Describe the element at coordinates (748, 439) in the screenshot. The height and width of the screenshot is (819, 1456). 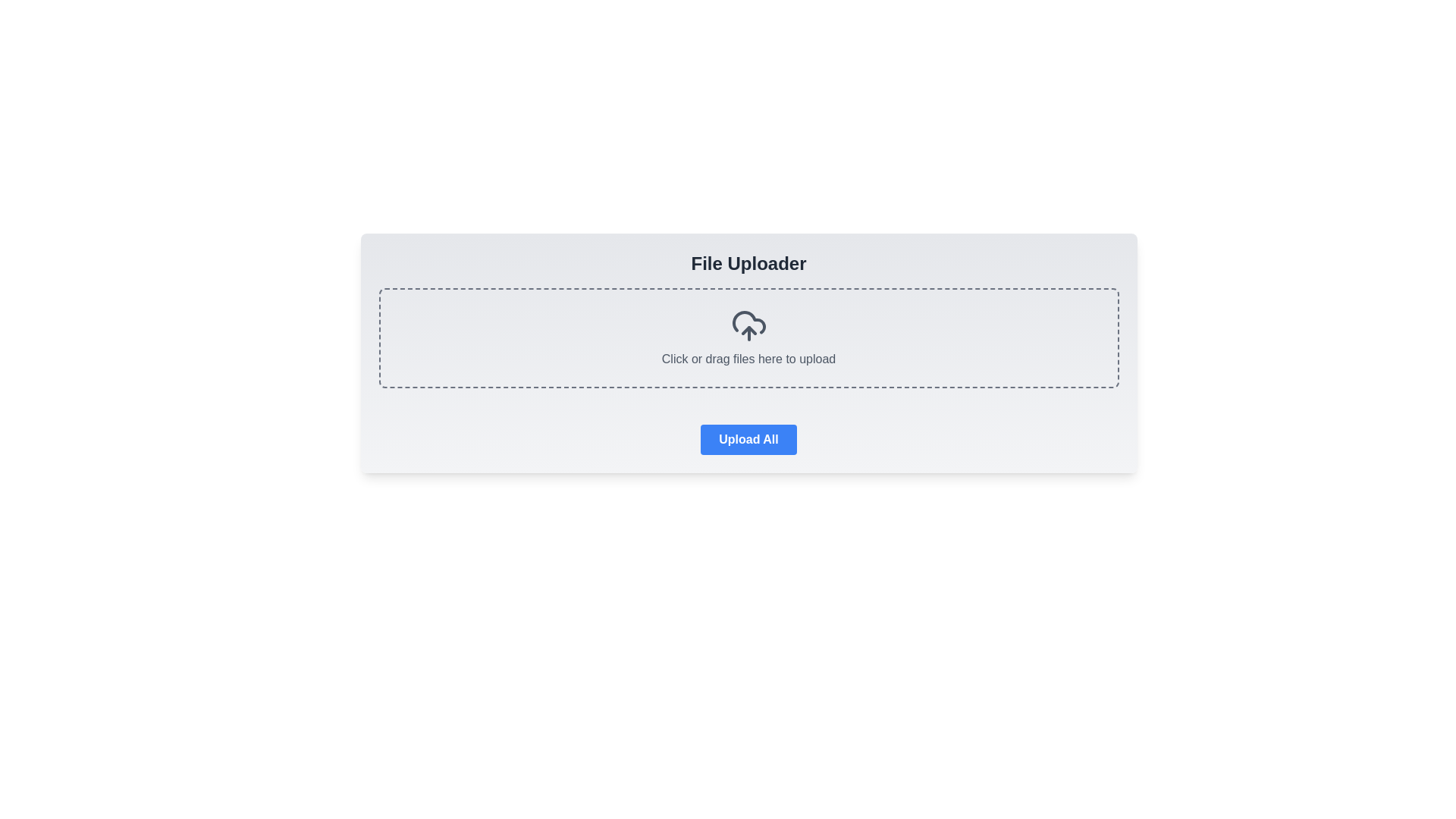
I see `the blue rectangular button labeled 'Upload All' to initiate the upload process` at that location.